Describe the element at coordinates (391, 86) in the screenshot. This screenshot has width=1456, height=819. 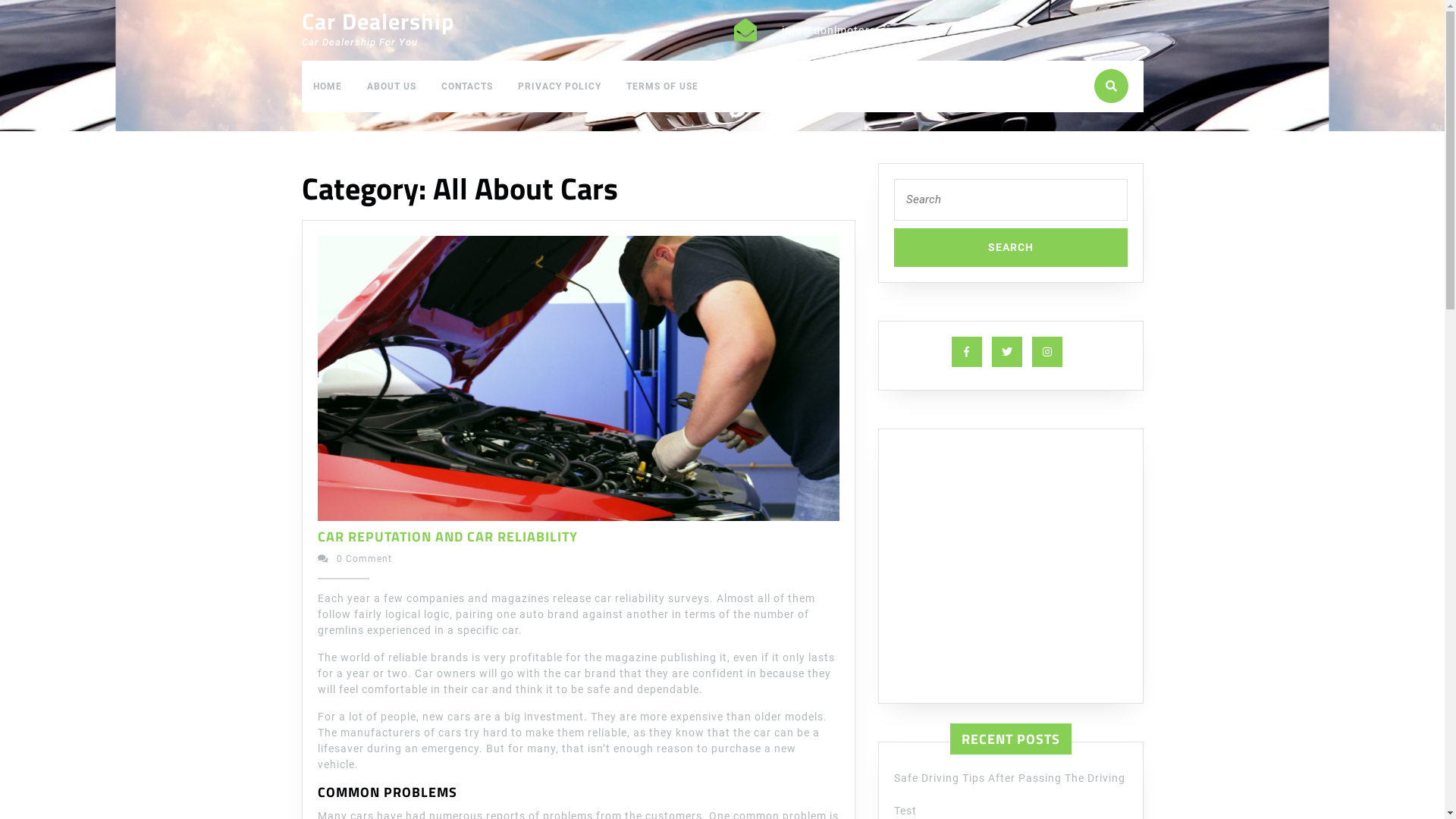
I see `'ABOUT US'` at that location.